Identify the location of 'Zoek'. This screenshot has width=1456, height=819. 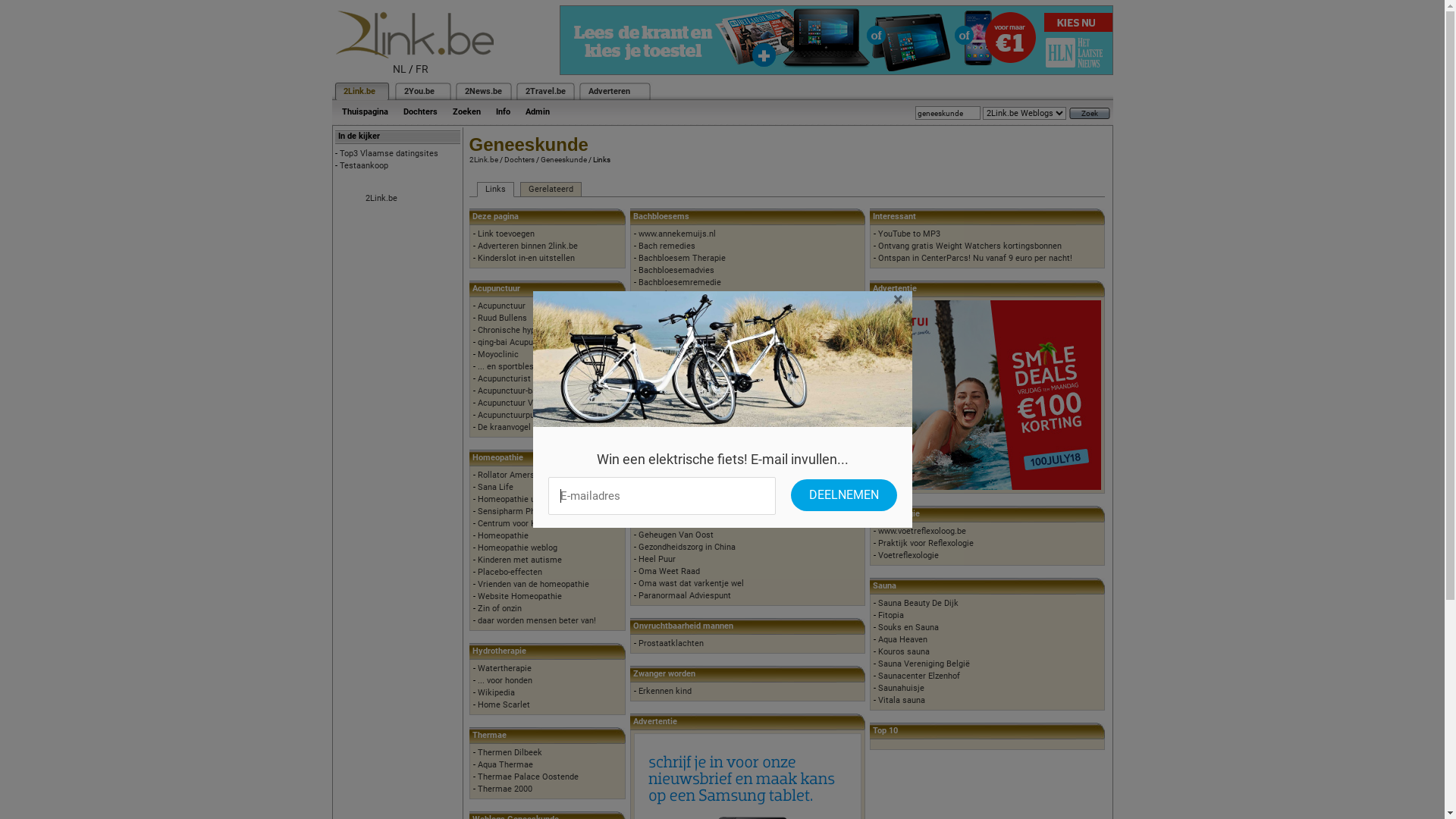
(1088, 112).